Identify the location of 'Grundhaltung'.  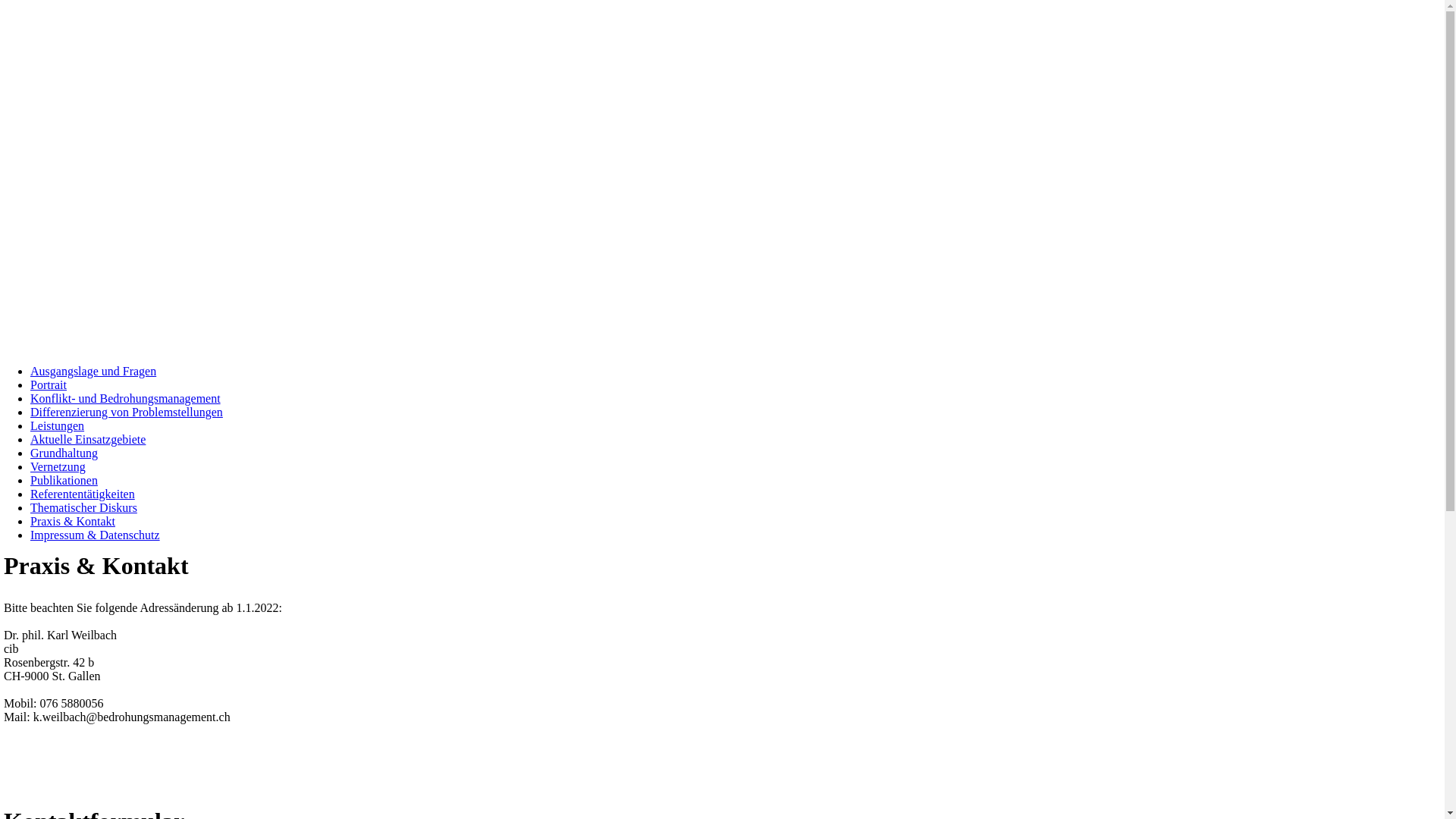
(63, 452).